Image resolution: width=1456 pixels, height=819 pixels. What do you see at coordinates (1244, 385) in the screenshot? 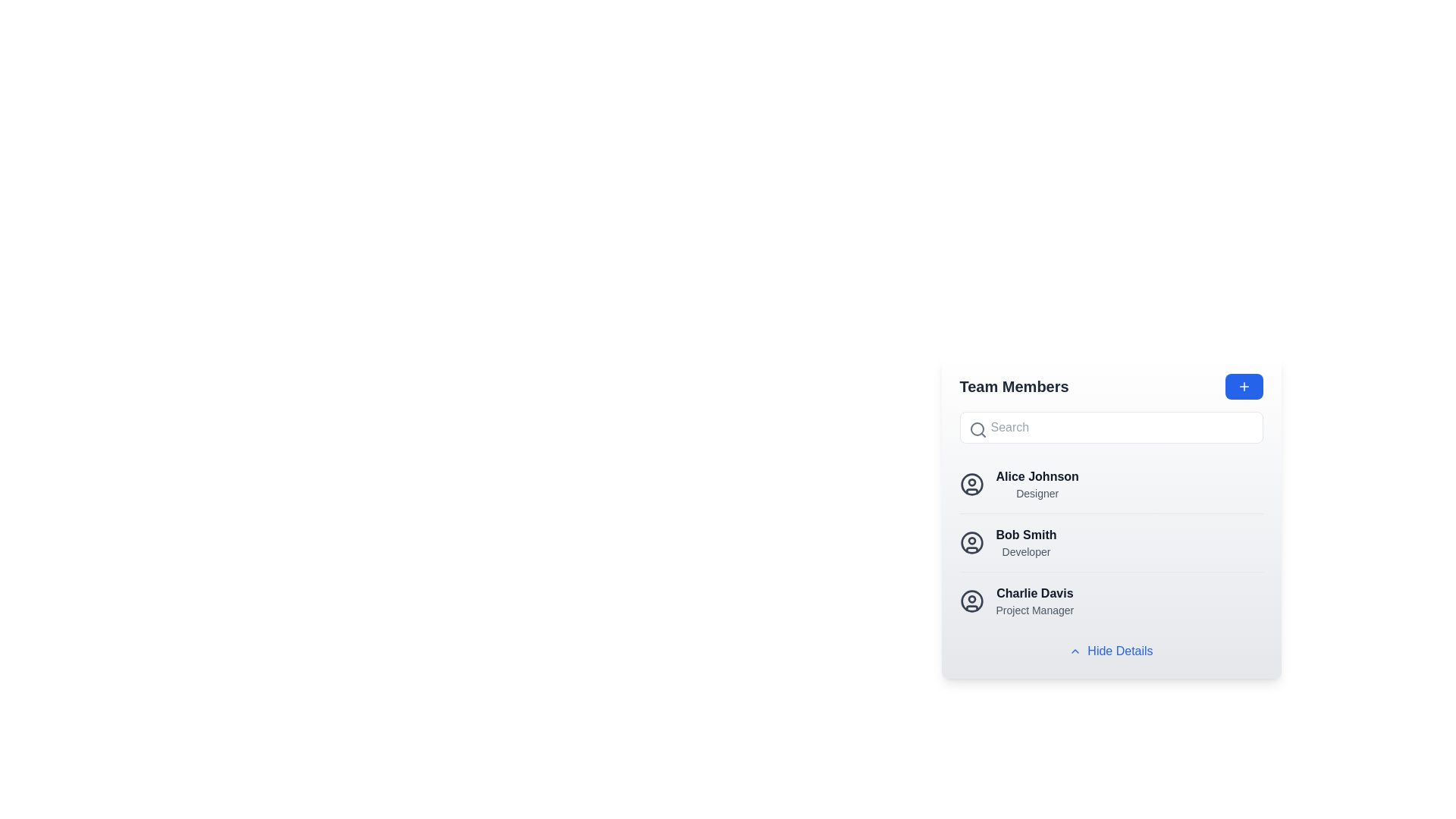
I see `the rounded rectangular blue button with a white plus symbol` at bounding box center [1244, 385].